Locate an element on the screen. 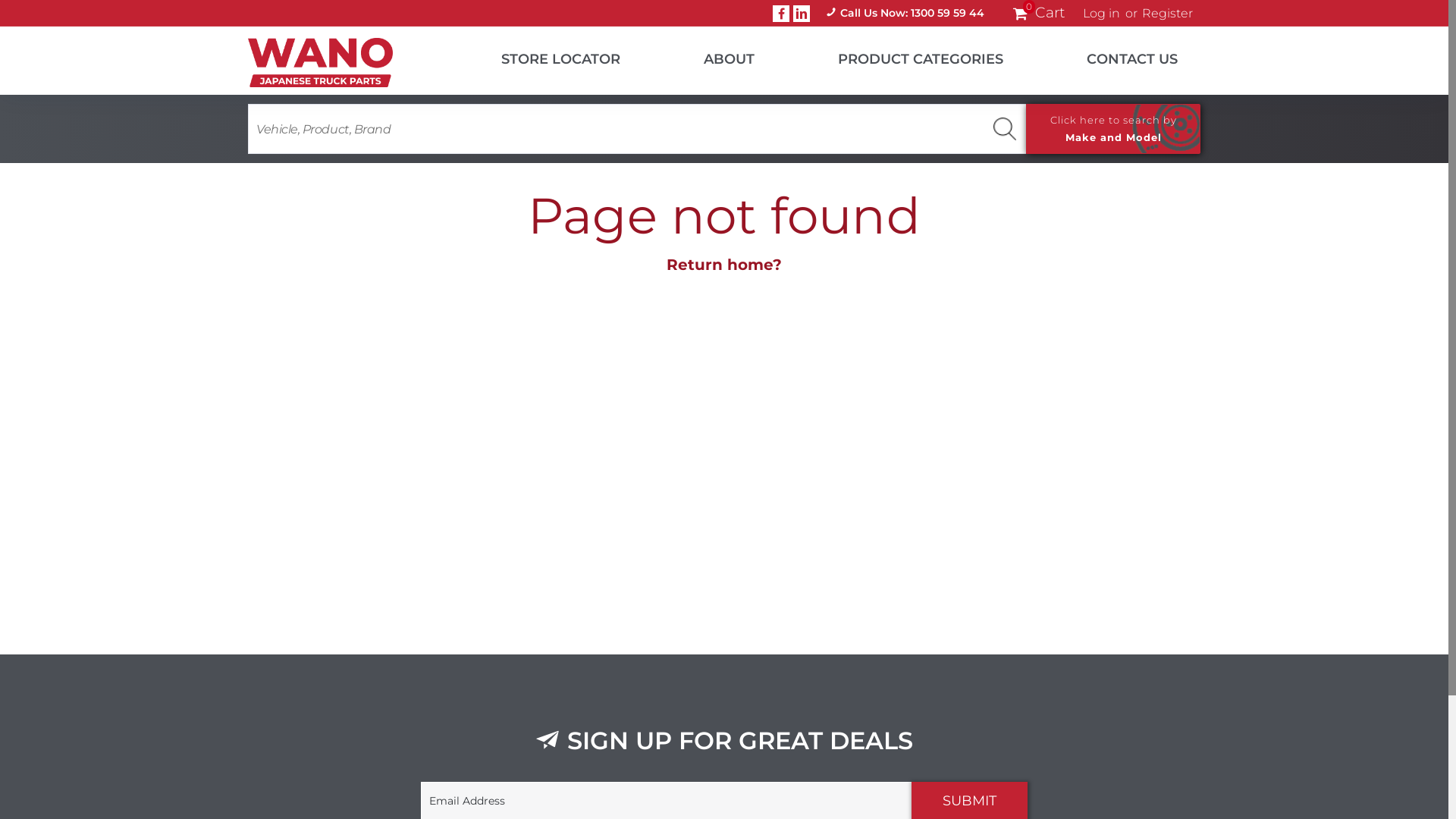  'Click here to search by is located at coordinates (1113, 127).